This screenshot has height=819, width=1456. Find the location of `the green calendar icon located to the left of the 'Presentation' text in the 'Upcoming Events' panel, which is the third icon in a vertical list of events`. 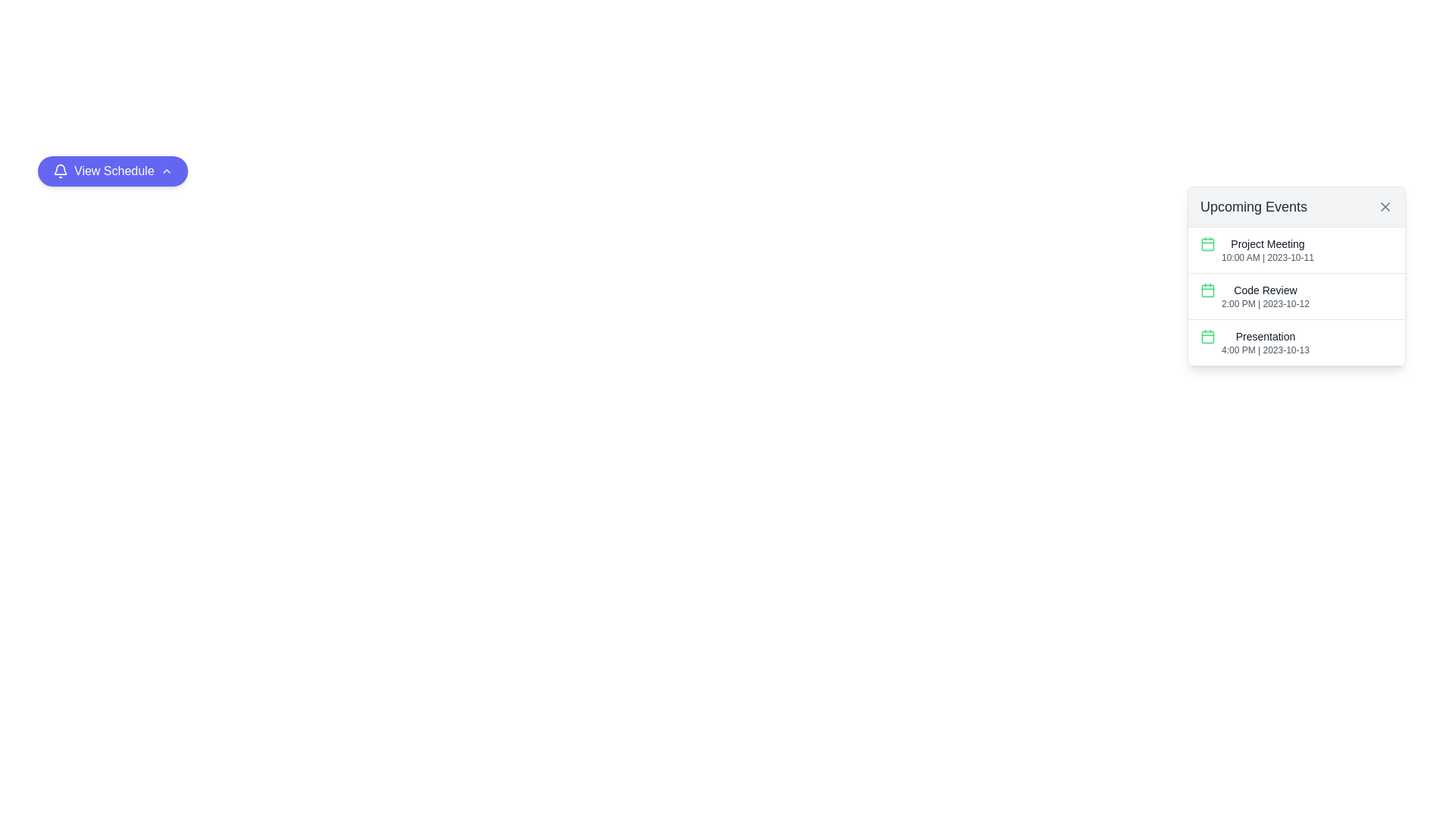

the green calendar icon located to the left of the 'Presentation' text in the 'Upcoming Events' panel, which is the third icon in a vertical list of events is located at coordinates (1207, 335).